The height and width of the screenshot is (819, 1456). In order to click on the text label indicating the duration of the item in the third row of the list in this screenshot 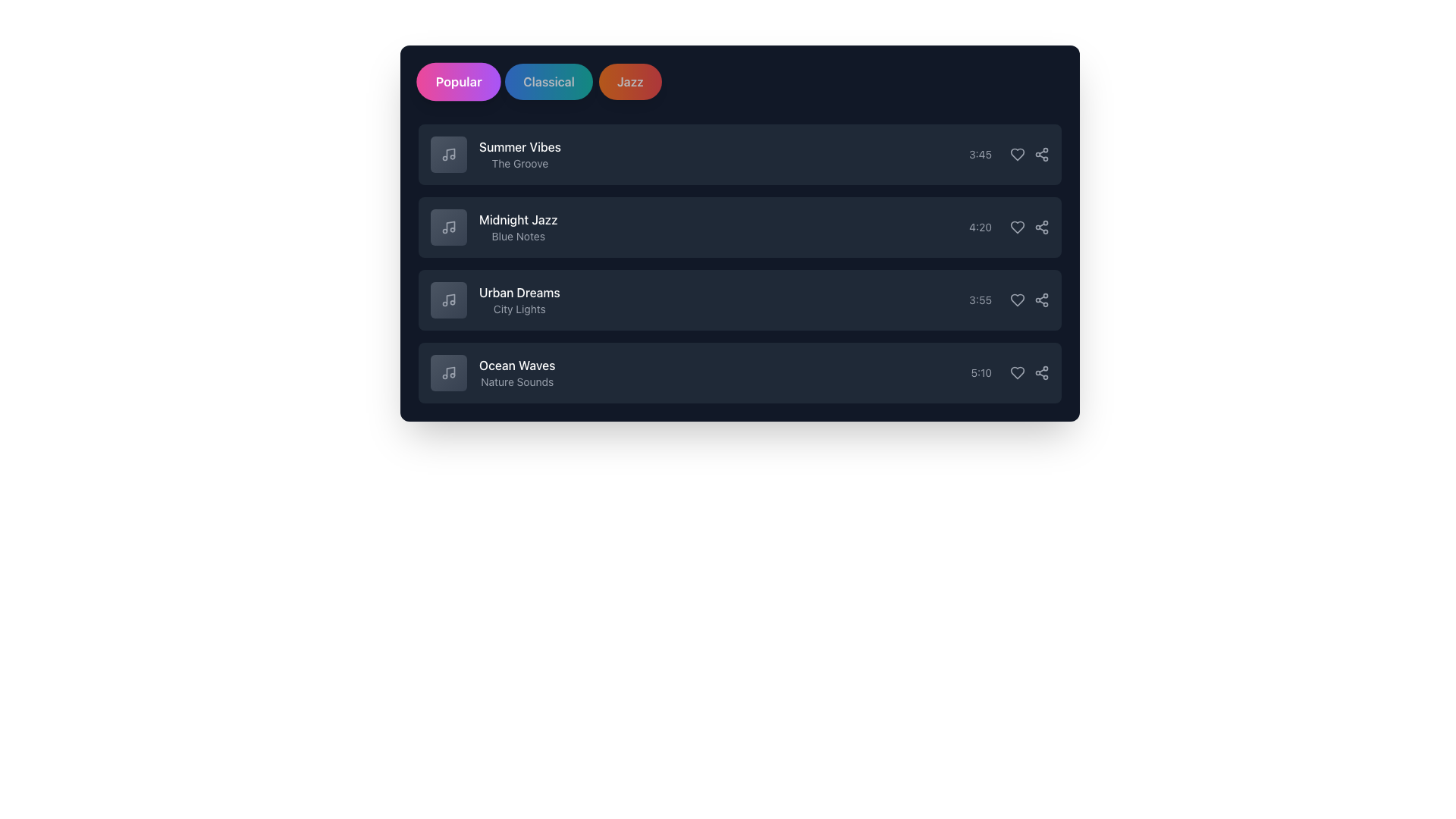, I will do `click(981, 300)`.